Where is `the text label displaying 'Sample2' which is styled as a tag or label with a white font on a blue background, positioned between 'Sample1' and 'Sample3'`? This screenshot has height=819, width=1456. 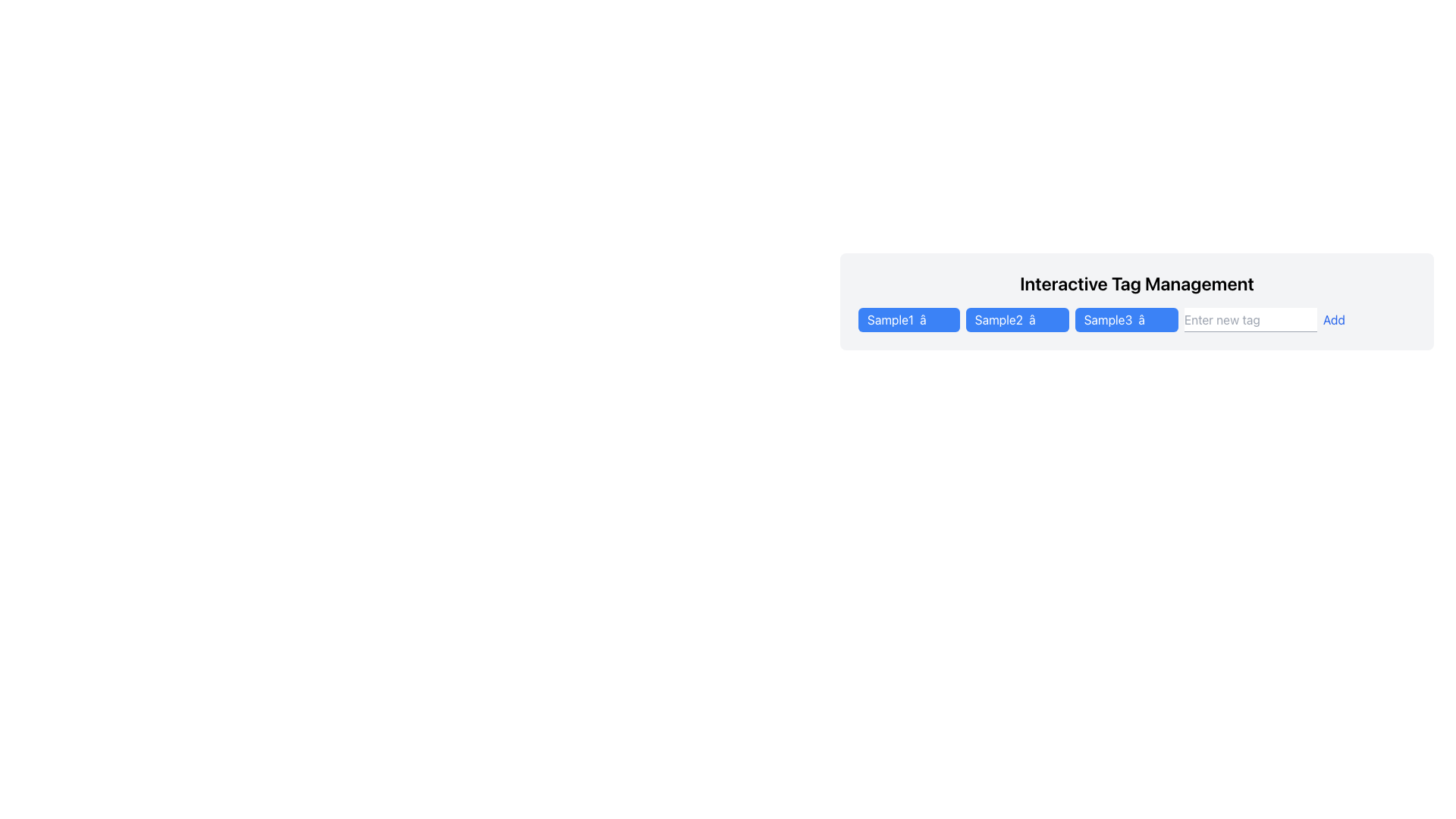
the text label displaying 'Sample2' which is styled as a tag or label with a white font on a blue background, positioned between 'Sample1' and 'Sample3' is located at coordinates (999, 318).